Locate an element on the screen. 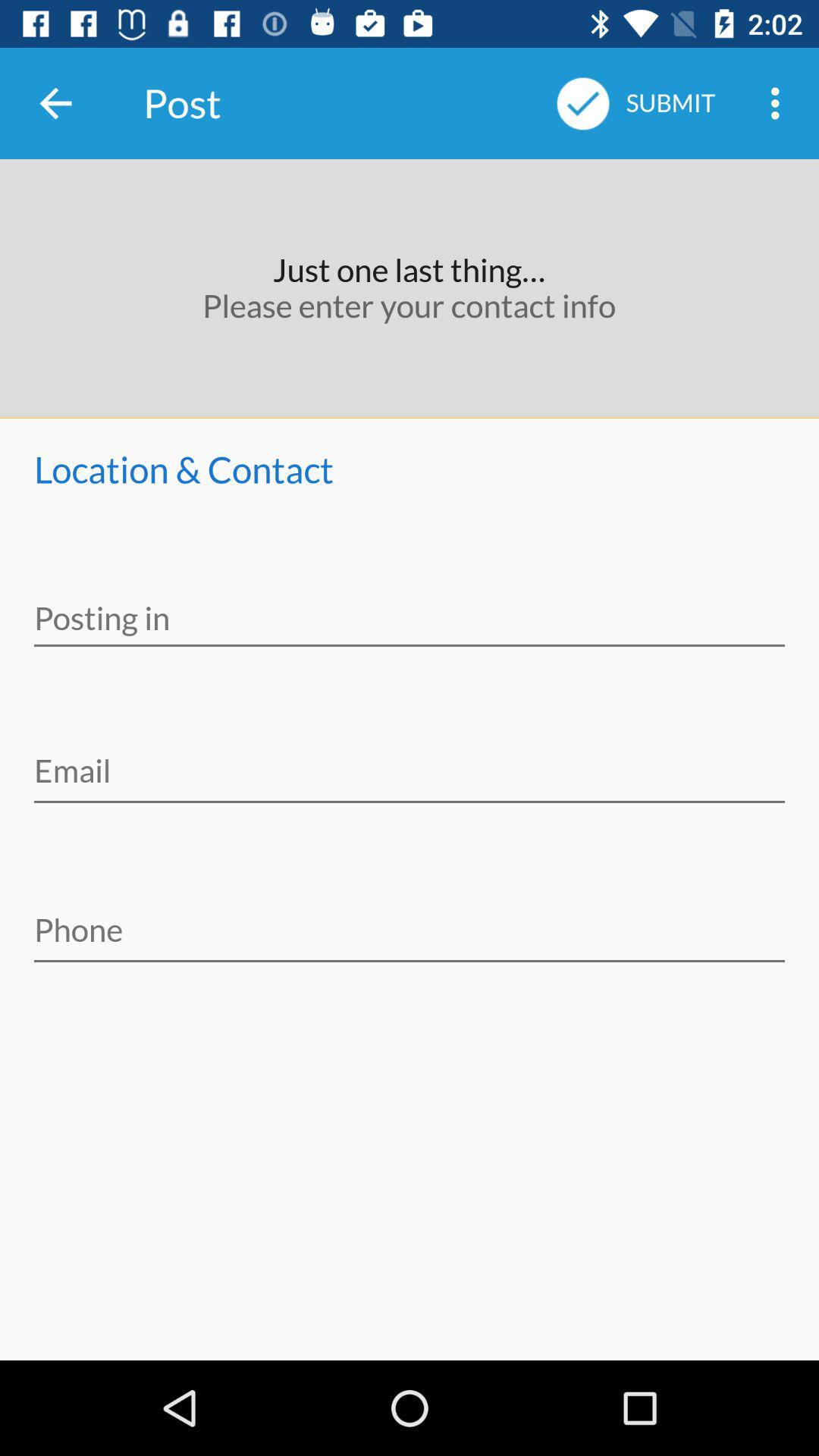 The height and width of the screenshot is (1456, 819). phone number is located at coordinates (409, 919).